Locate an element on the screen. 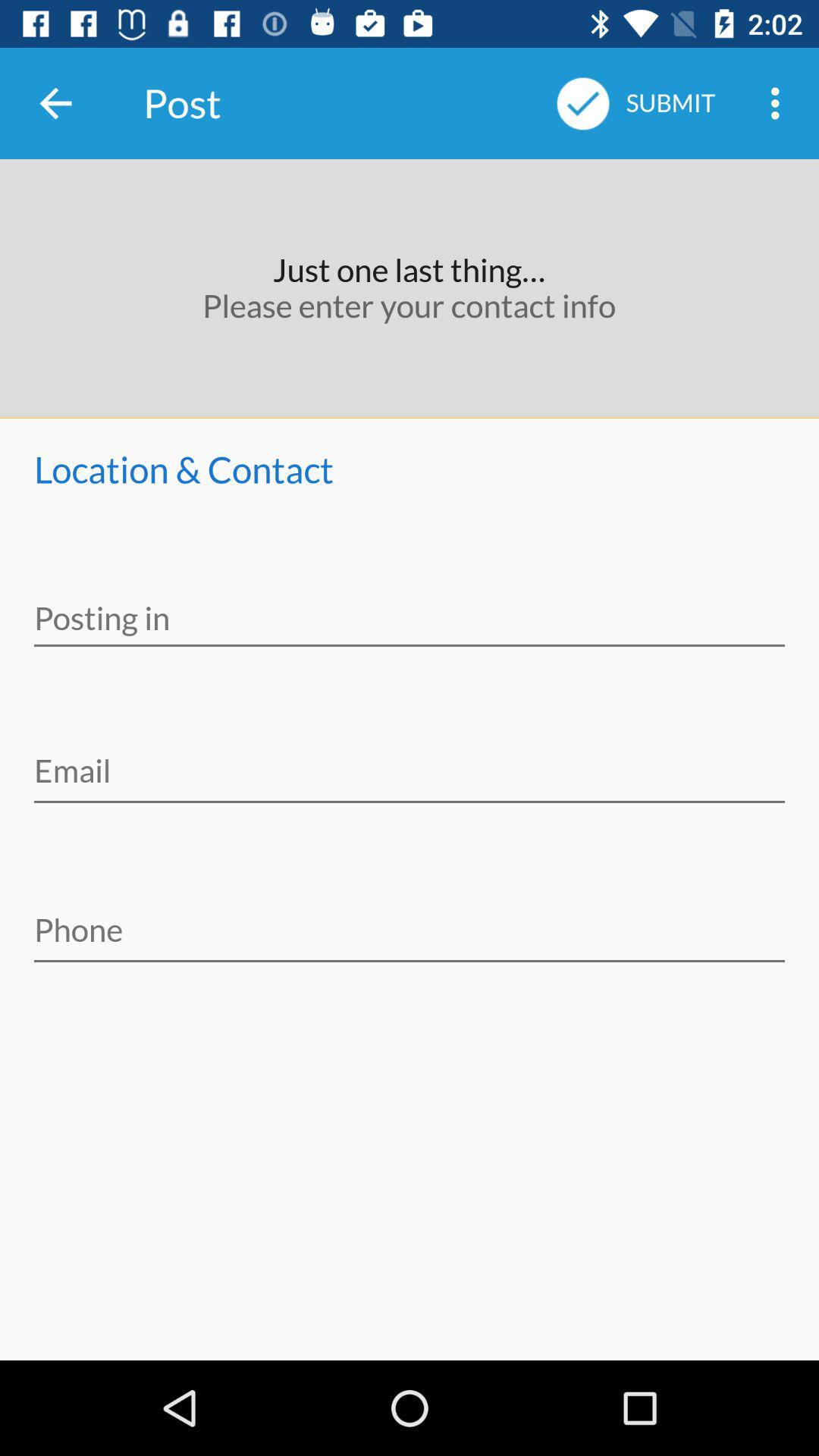 The height and width of the screenshot is (1456, 819). phone number is located at coordinates (409, 919).